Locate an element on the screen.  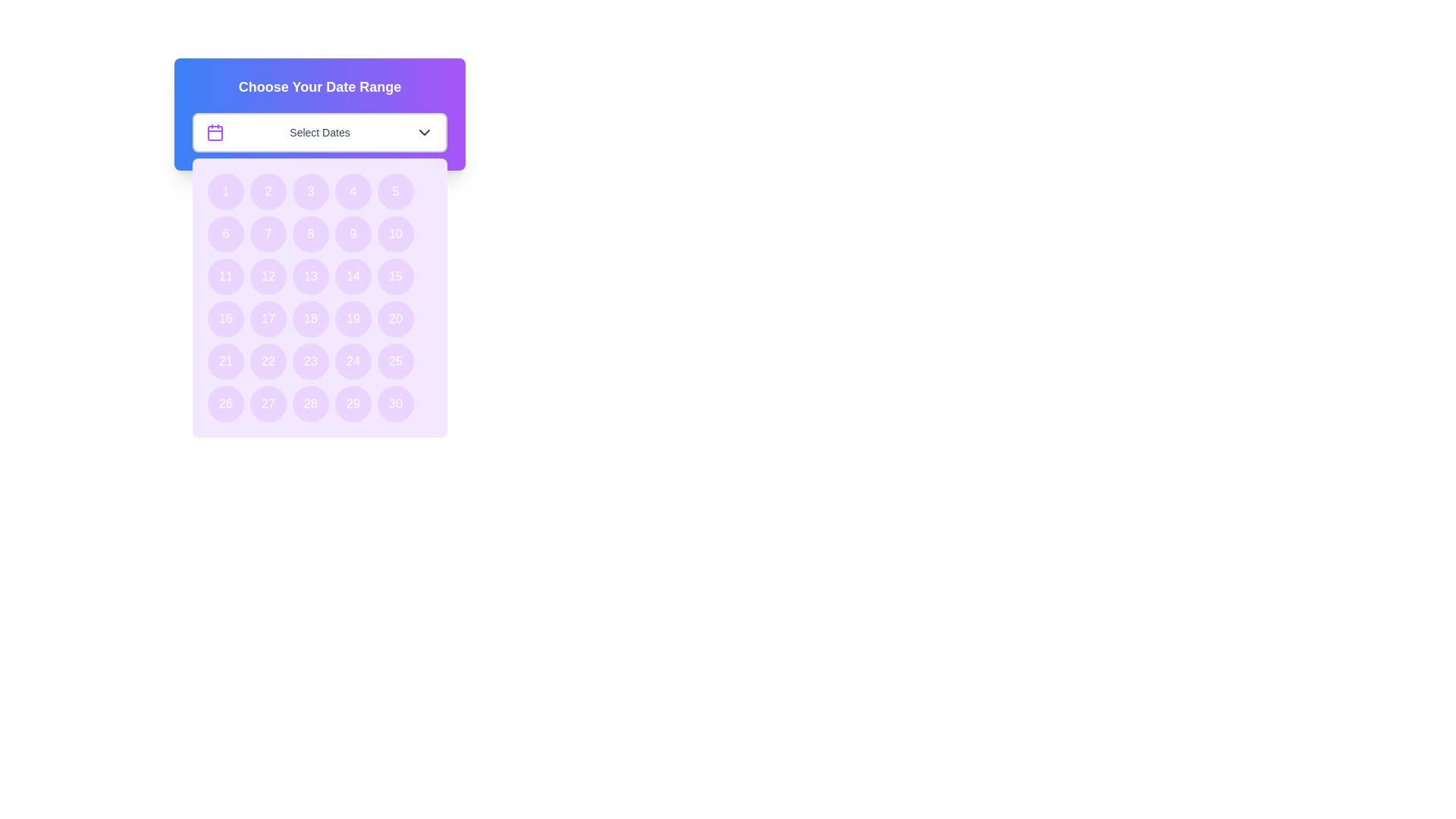
the Date Picker Grid is located at coordinates (319, 298).